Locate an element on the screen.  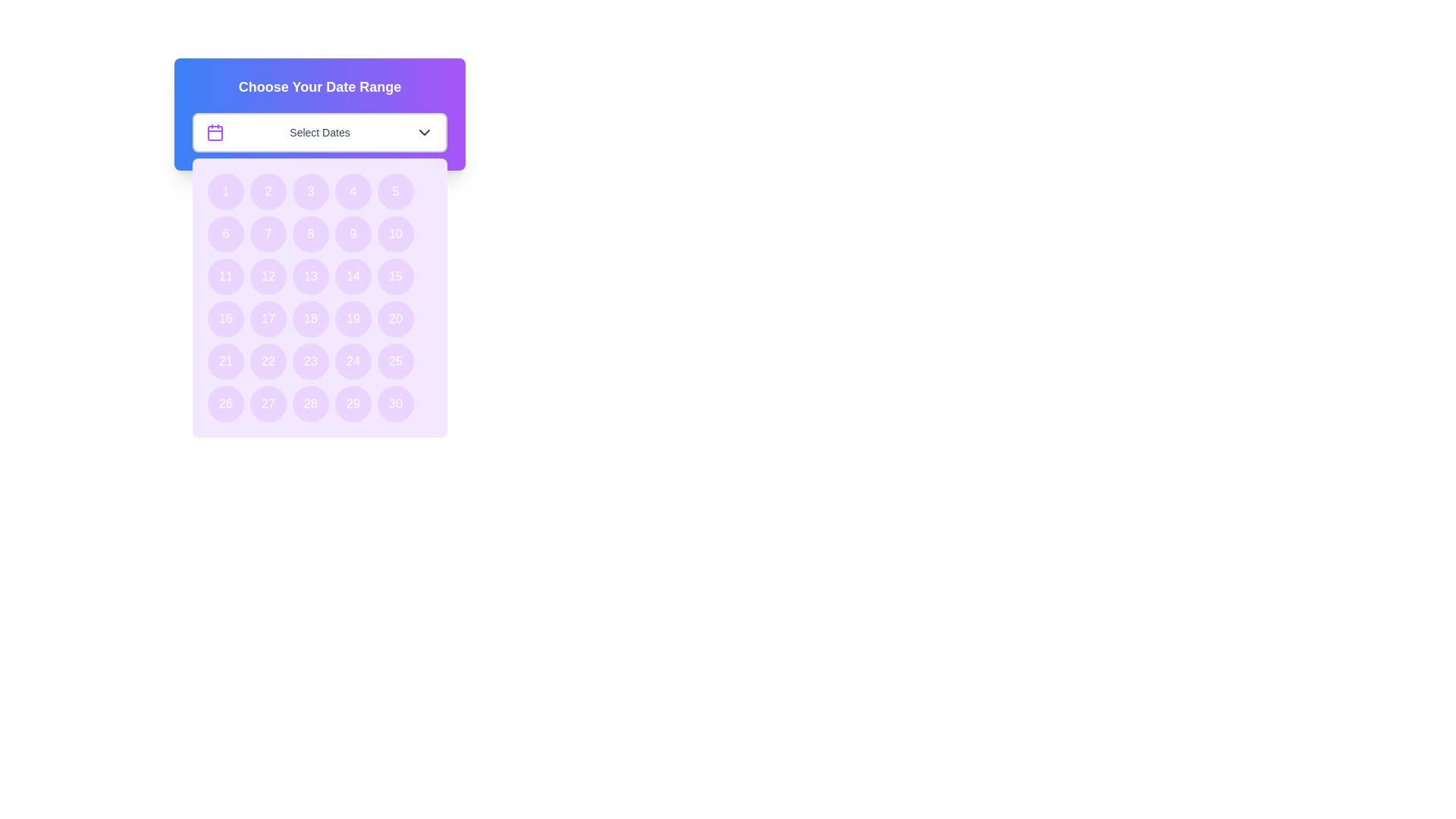
the Date Picker Grid is located at coordinates (319, 298).